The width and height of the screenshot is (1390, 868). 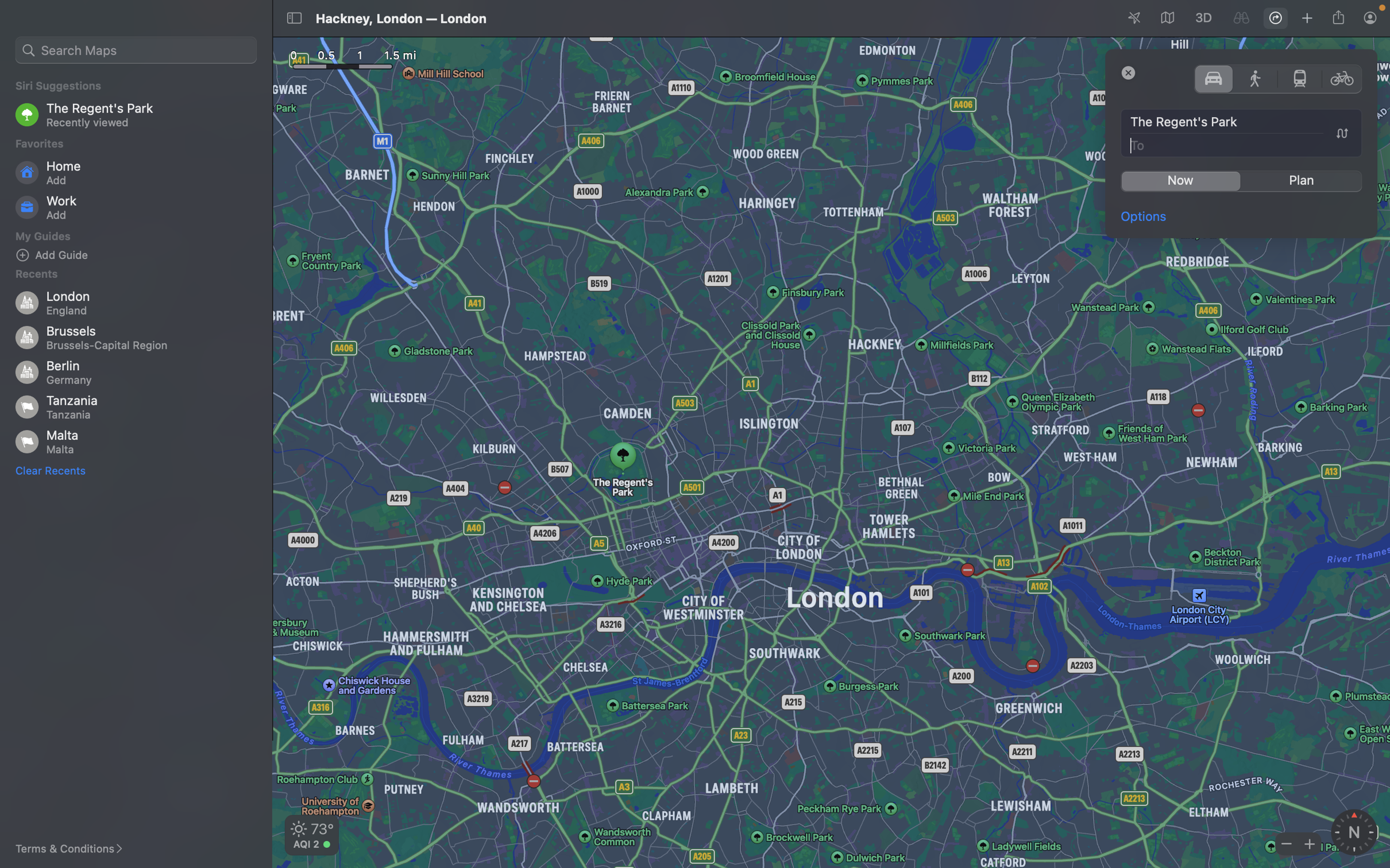 I want to click on the button called "swap dest and source" to interchange source and destination locations, so click(x=1341, y=133).